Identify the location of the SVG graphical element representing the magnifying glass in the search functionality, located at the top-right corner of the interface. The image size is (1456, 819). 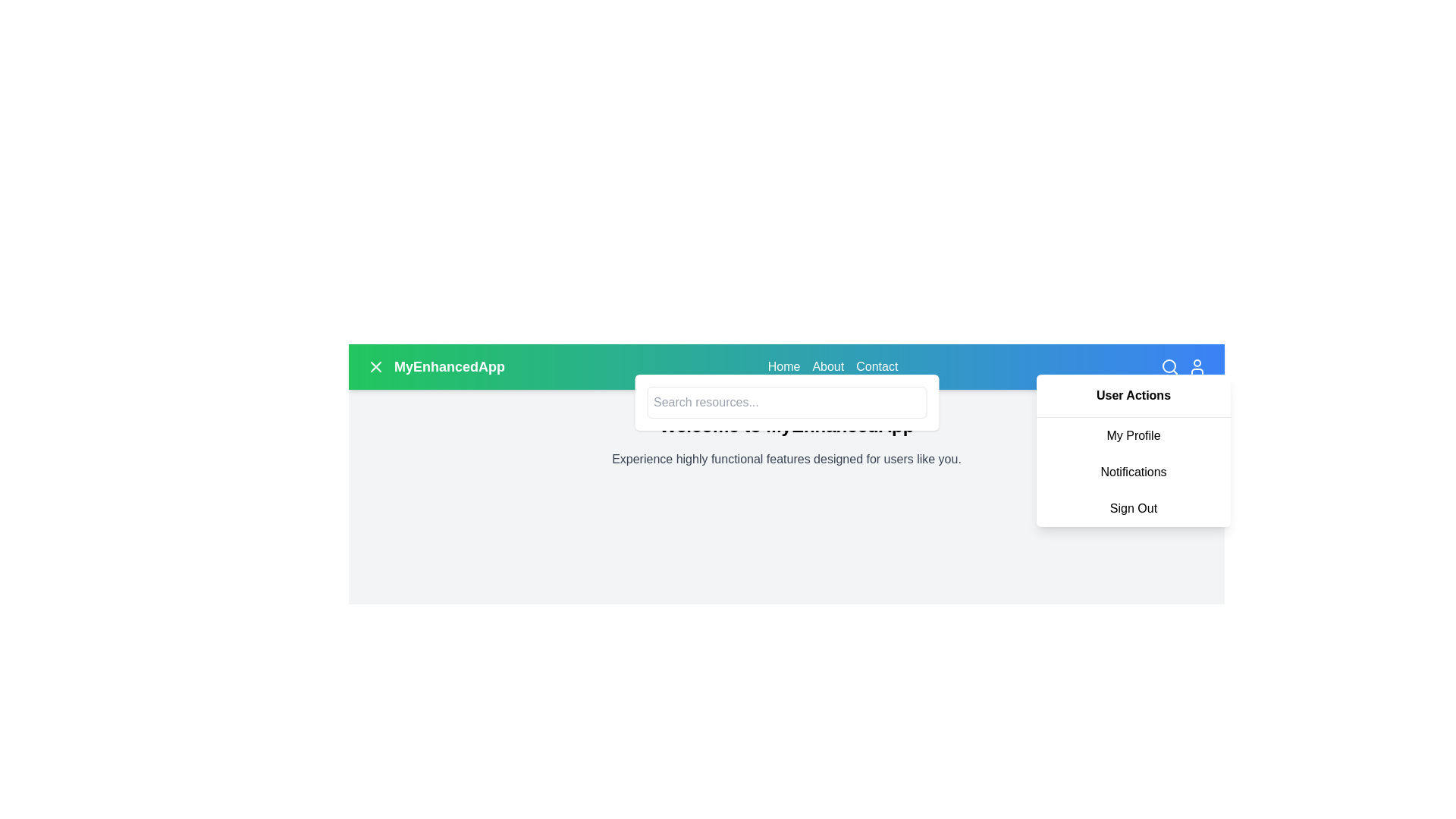
(1168, 366).